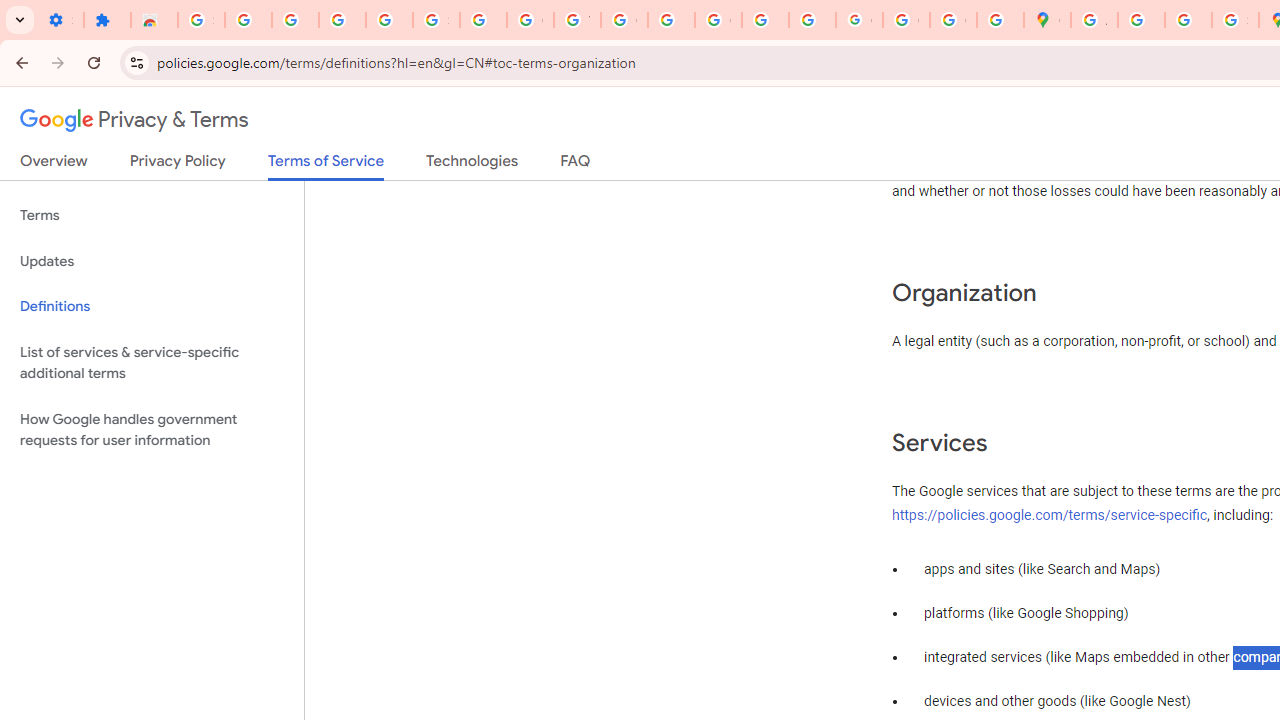 The image size is (1280, 720). Describe the element at coordinates (134, 120) in the screenshot. I see `'Privacy & Terms'` at that location.